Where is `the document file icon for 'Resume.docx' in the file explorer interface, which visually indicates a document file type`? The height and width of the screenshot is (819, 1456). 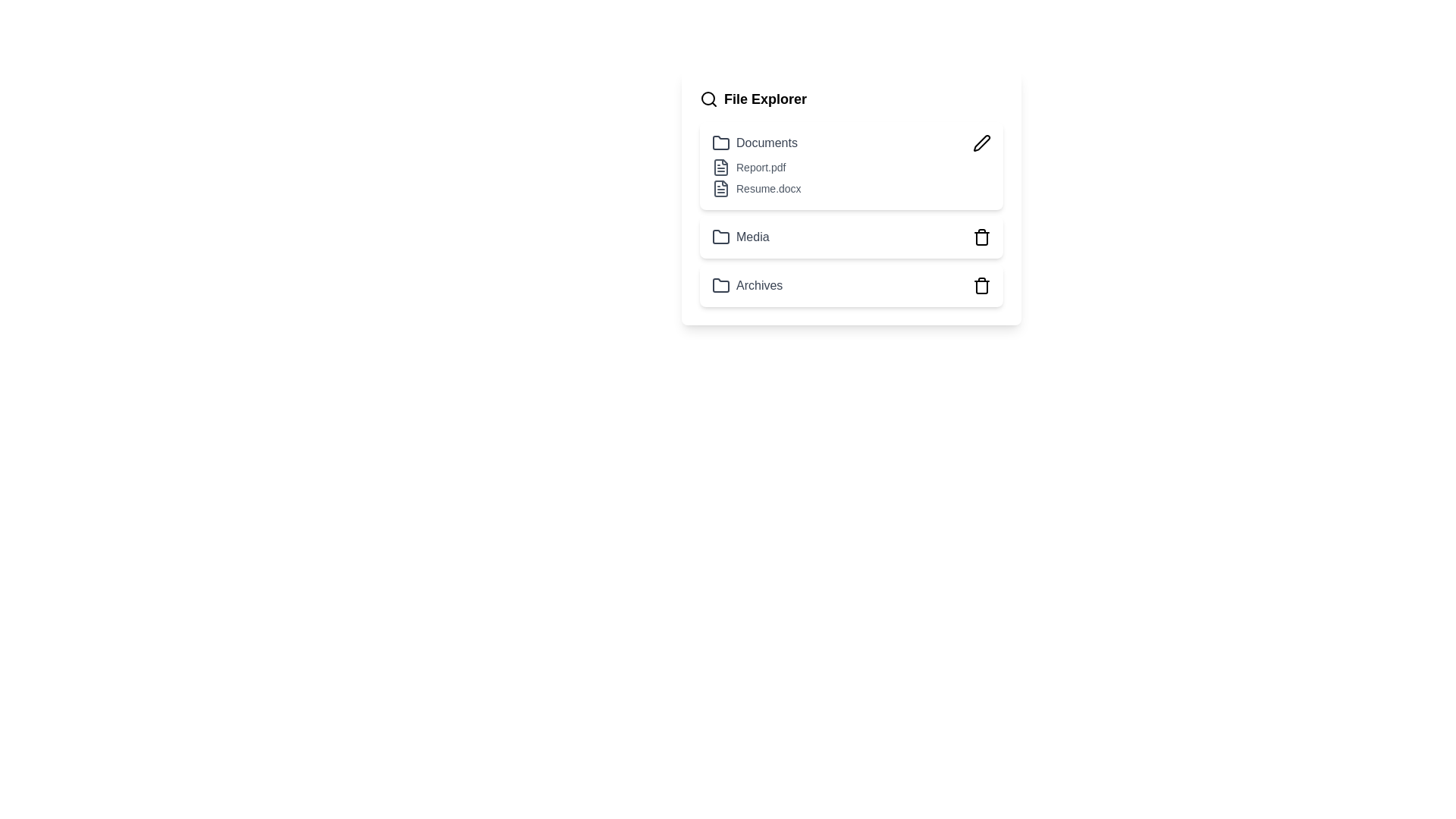
the document file icon for 'Resume.docx' in the file explorer interface, which visually indicates a document file type is located at coordinates (720, 188).